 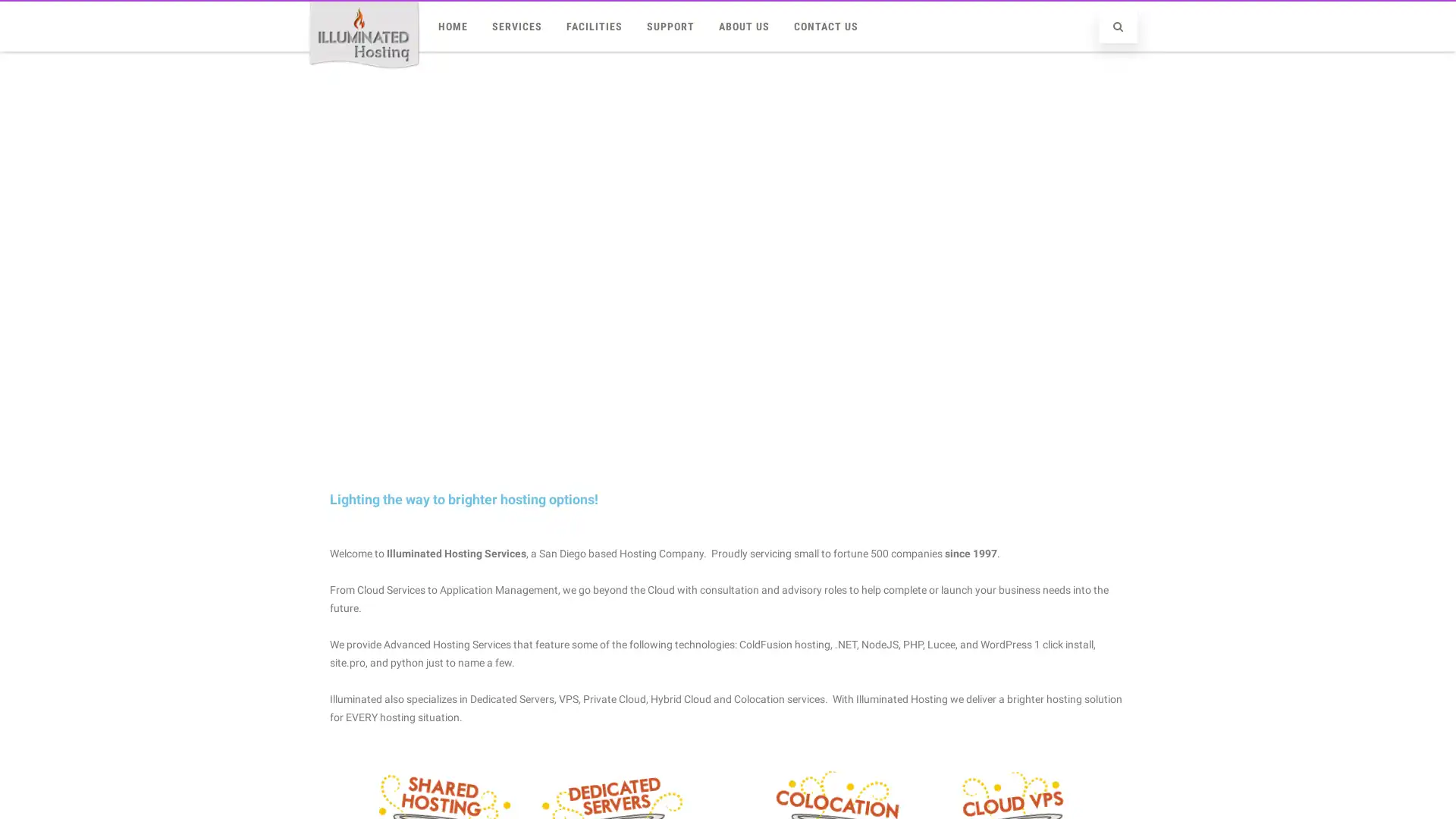 I want to click on slider3, so click(x=720, y=489).